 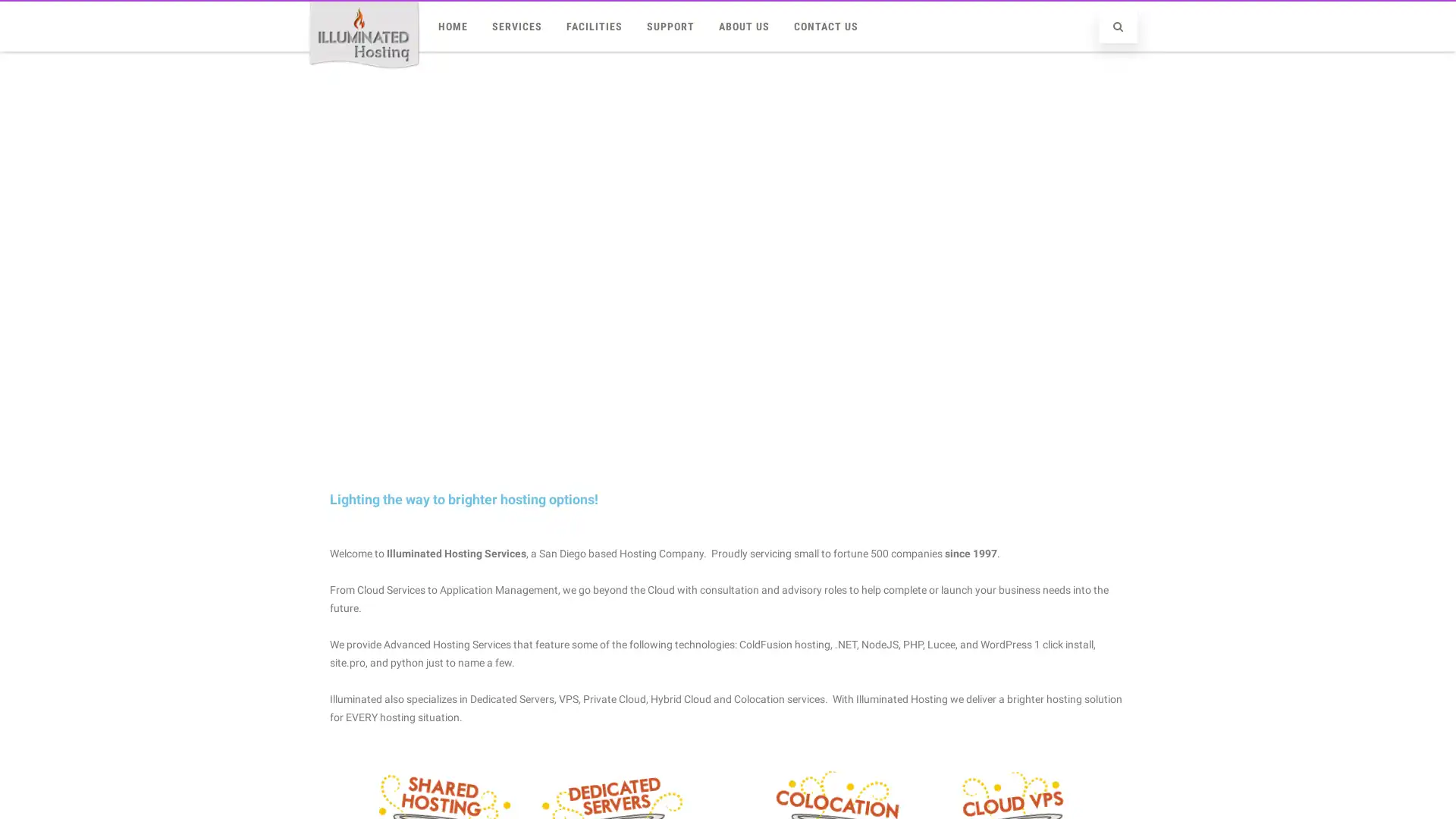 I want to click on slider3, so click(x=720, y=489).